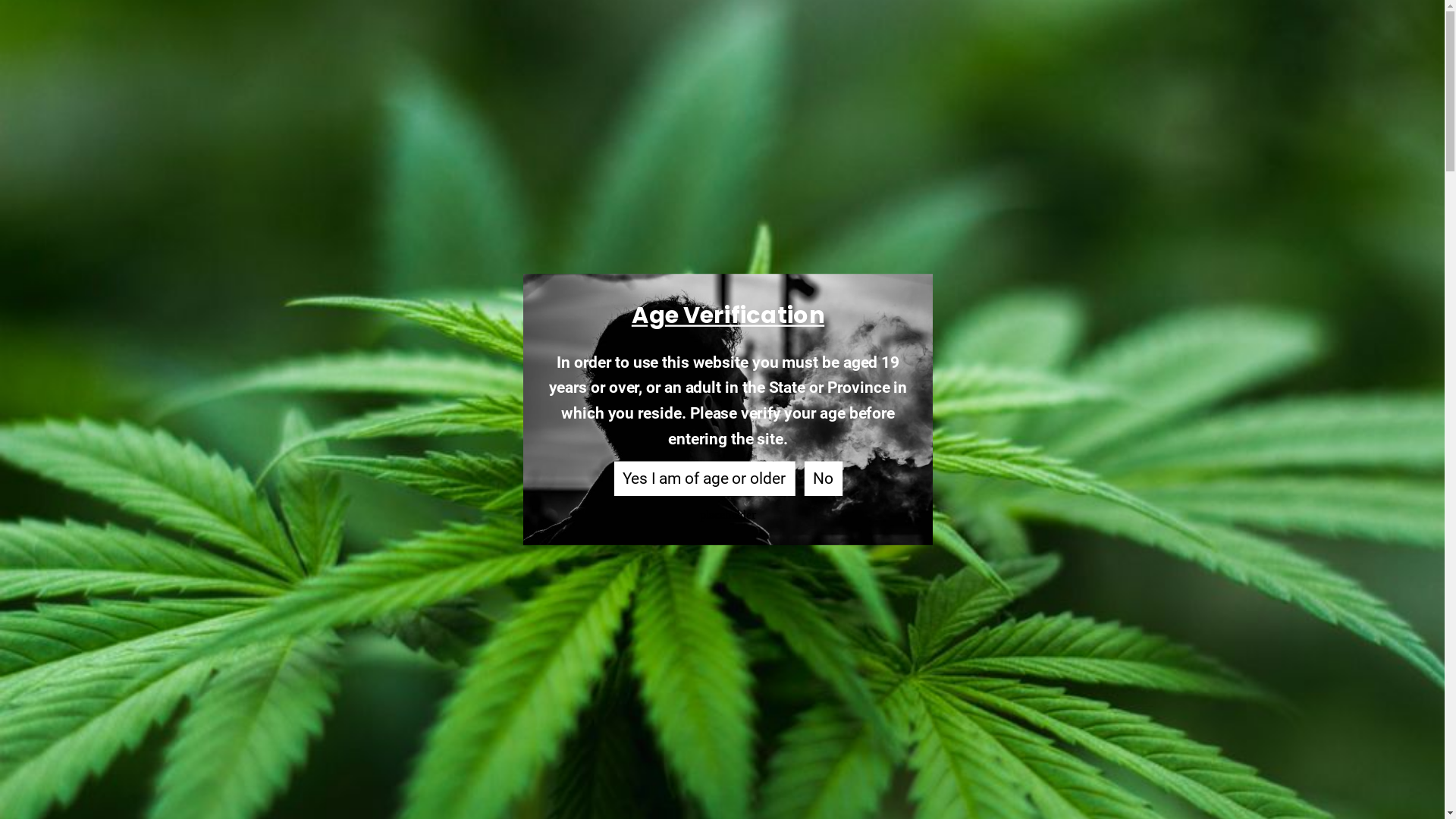 This screenshot has width=1456, height=819. What do you see at coordinates (996, 660) in the screenshot?
I see `'SUBSCRIBE'` at bounding box center [996, 660].